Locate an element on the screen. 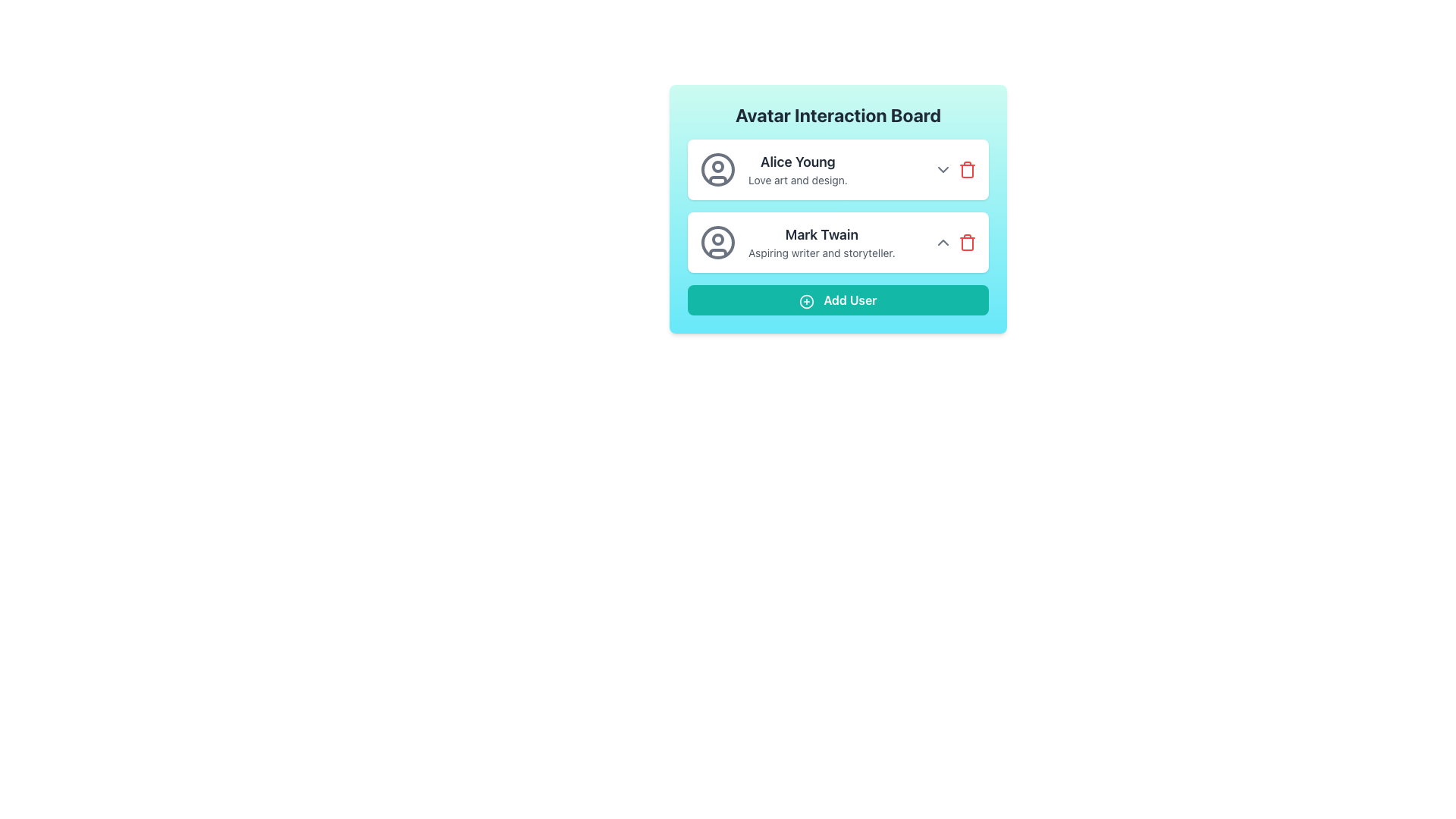 This screenshot has height=819, width=1456. the small filled circle that is part of the avatar icon for the user 'Mark Twain' is located at coordinates (717, 239).